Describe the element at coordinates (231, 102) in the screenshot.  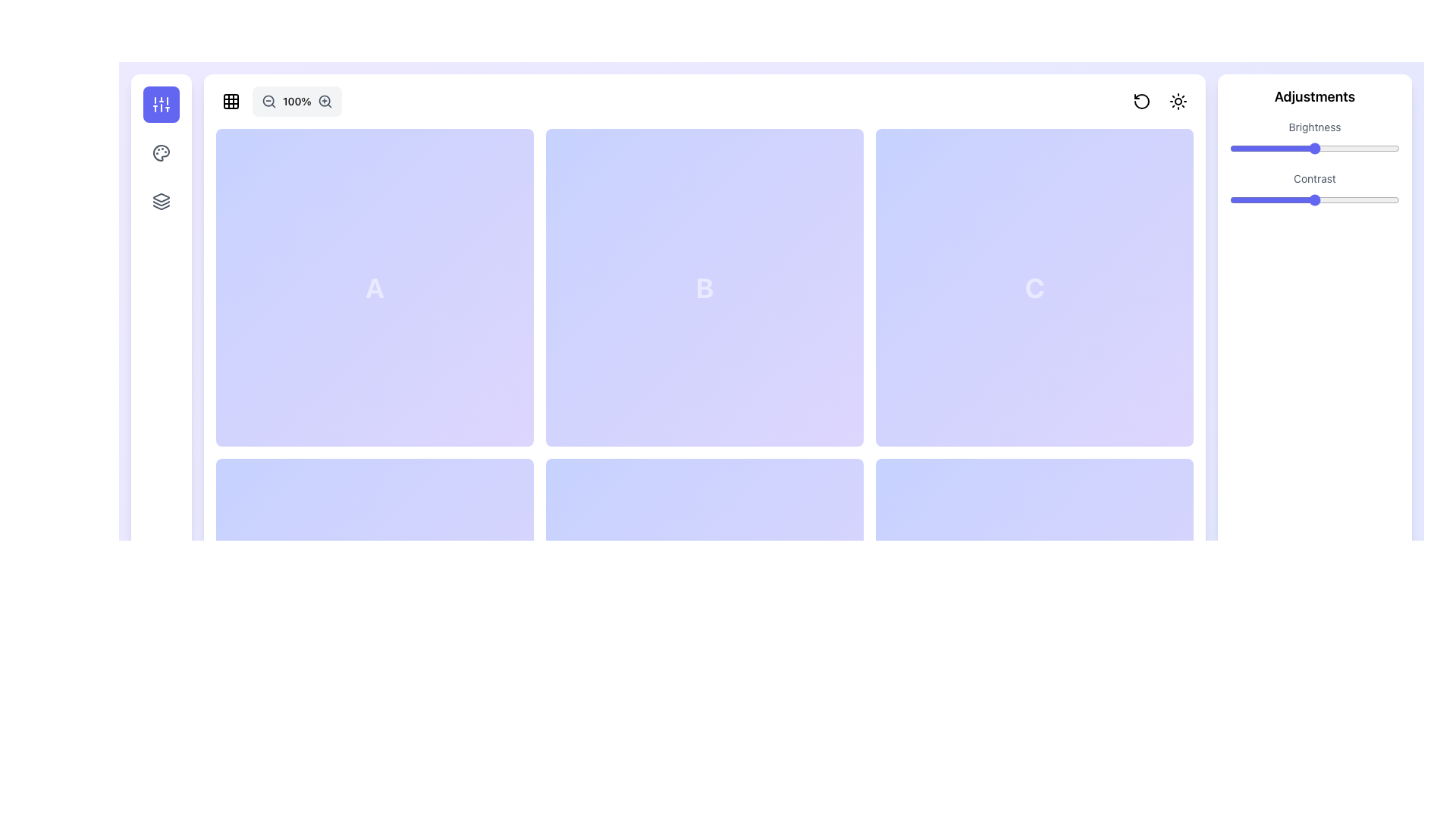
I see `the decorative SVG rectangle that represents the 'grid view' functionality, located near the top-left corner of the interface` at that location.